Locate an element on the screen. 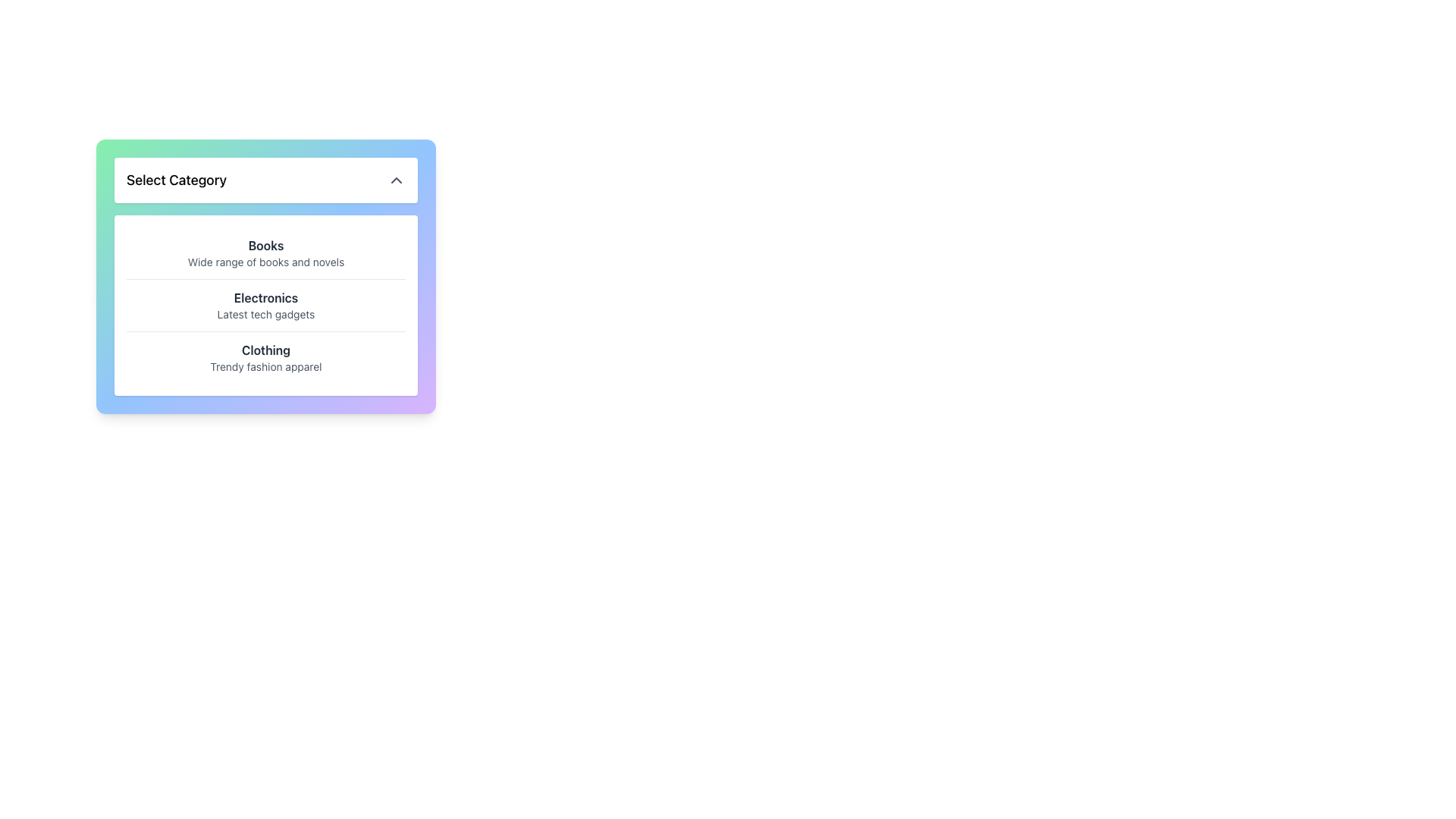 The image size is (1456, 819). the text element labeled 'Latest tech gadgets', which is styled in a small gray font and positioned underneath 'Electronics' in a dropdown menu is located at coordinates (265, 314).